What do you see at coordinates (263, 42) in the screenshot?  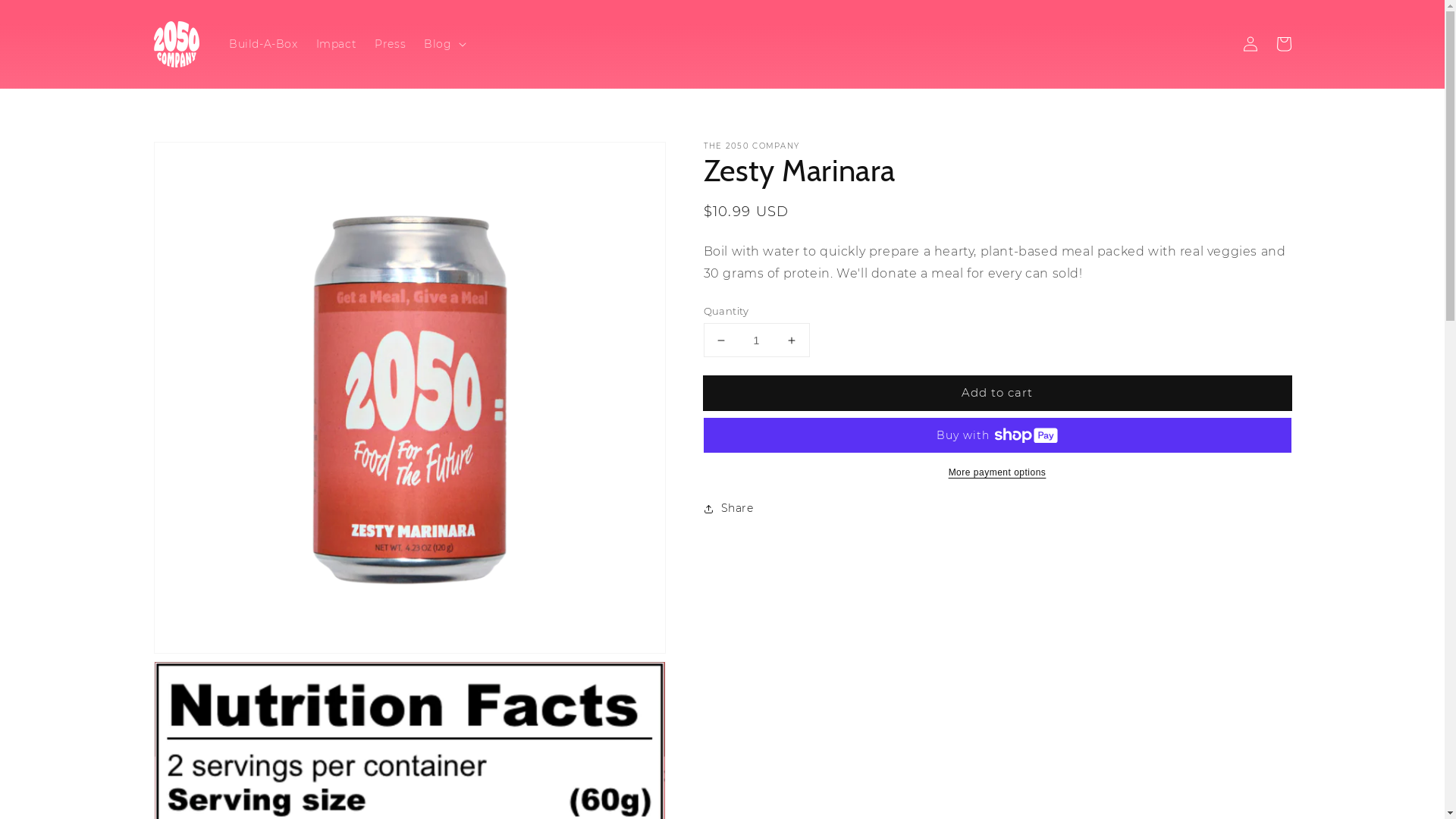 I see `'Build-A-Box'` at bounding box center [263, 42].